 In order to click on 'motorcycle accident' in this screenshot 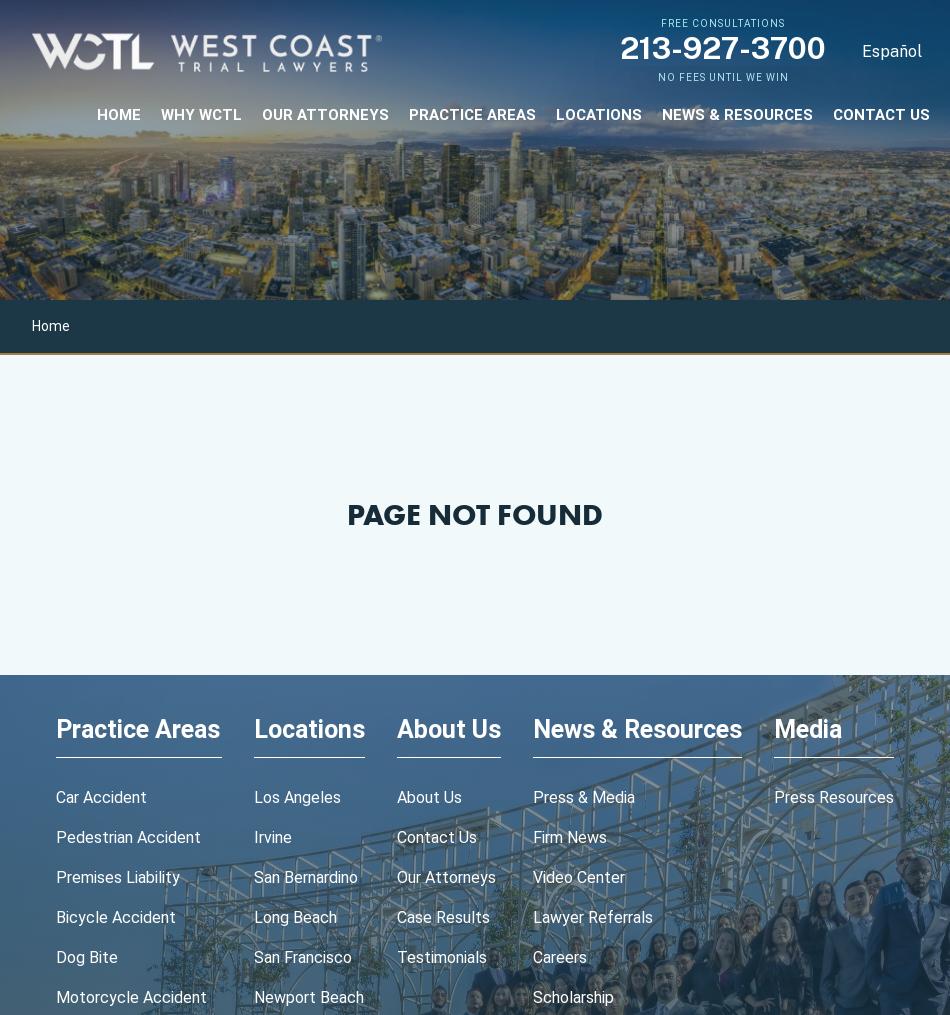, I will do `click(131, 997)`.